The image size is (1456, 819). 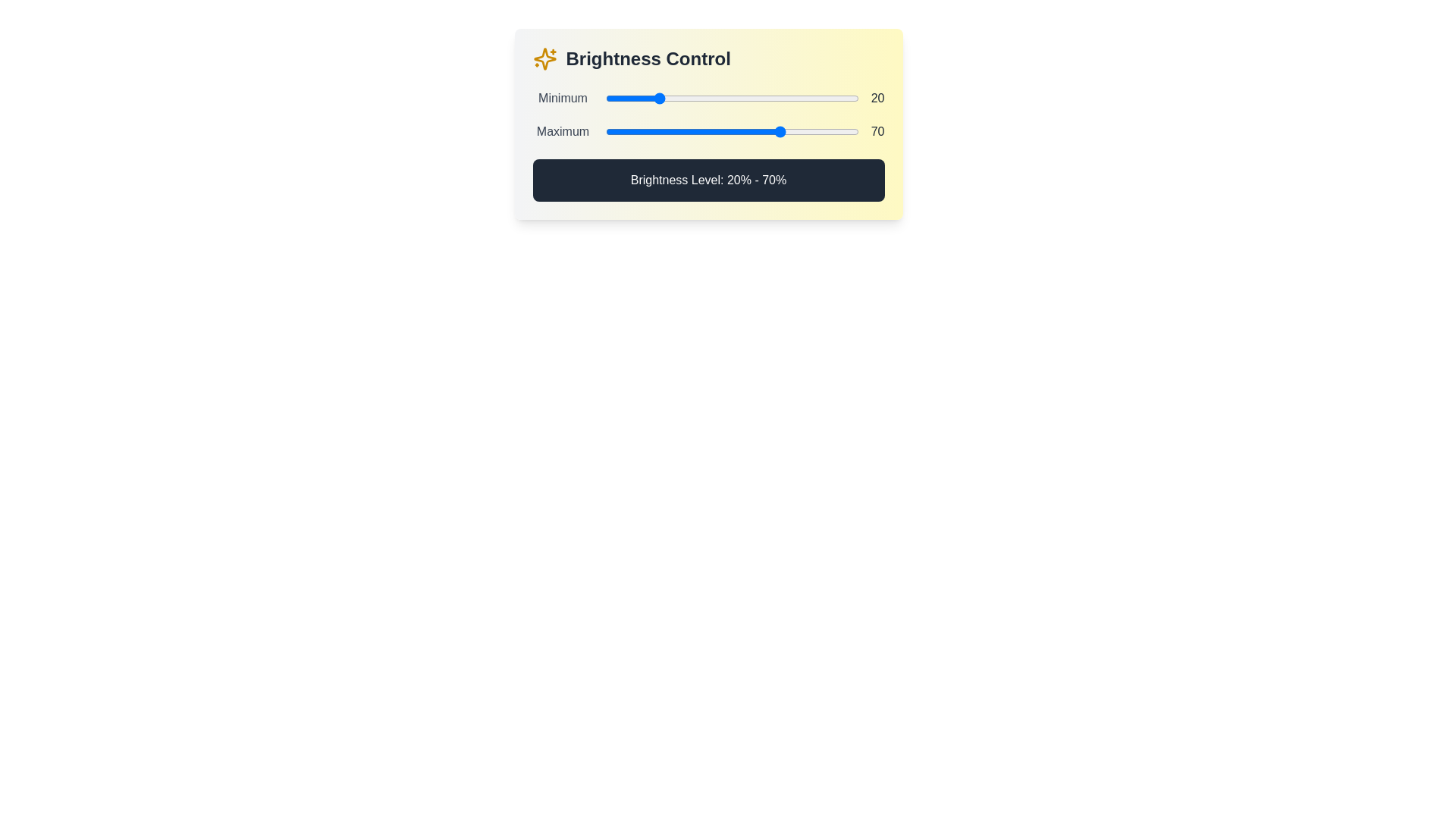 I want to click on the minimum brightness level to 12% by interacting with the first slider, so click(x=635, y=99).